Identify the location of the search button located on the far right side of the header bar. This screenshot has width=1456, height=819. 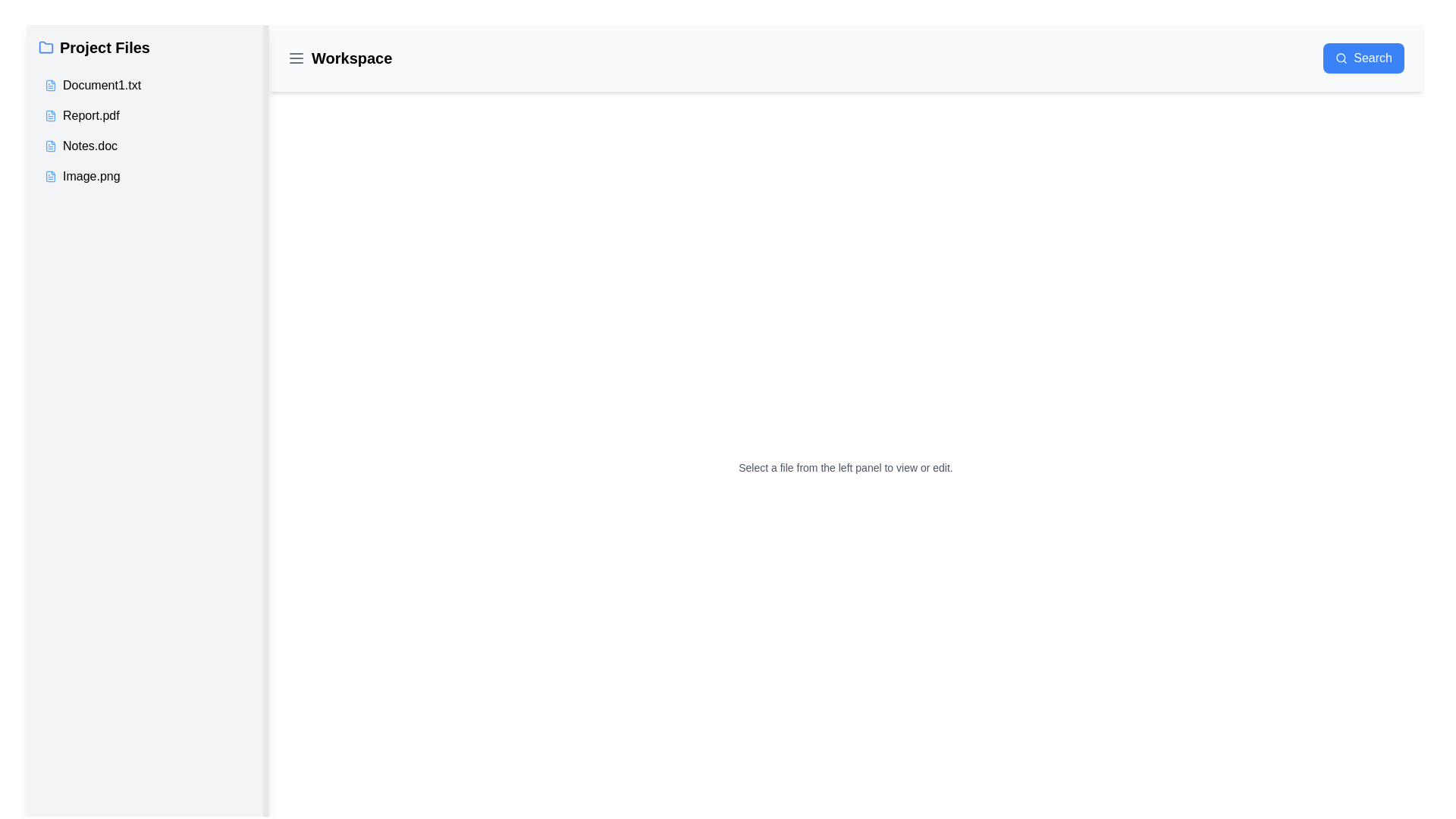
(1363, 58).